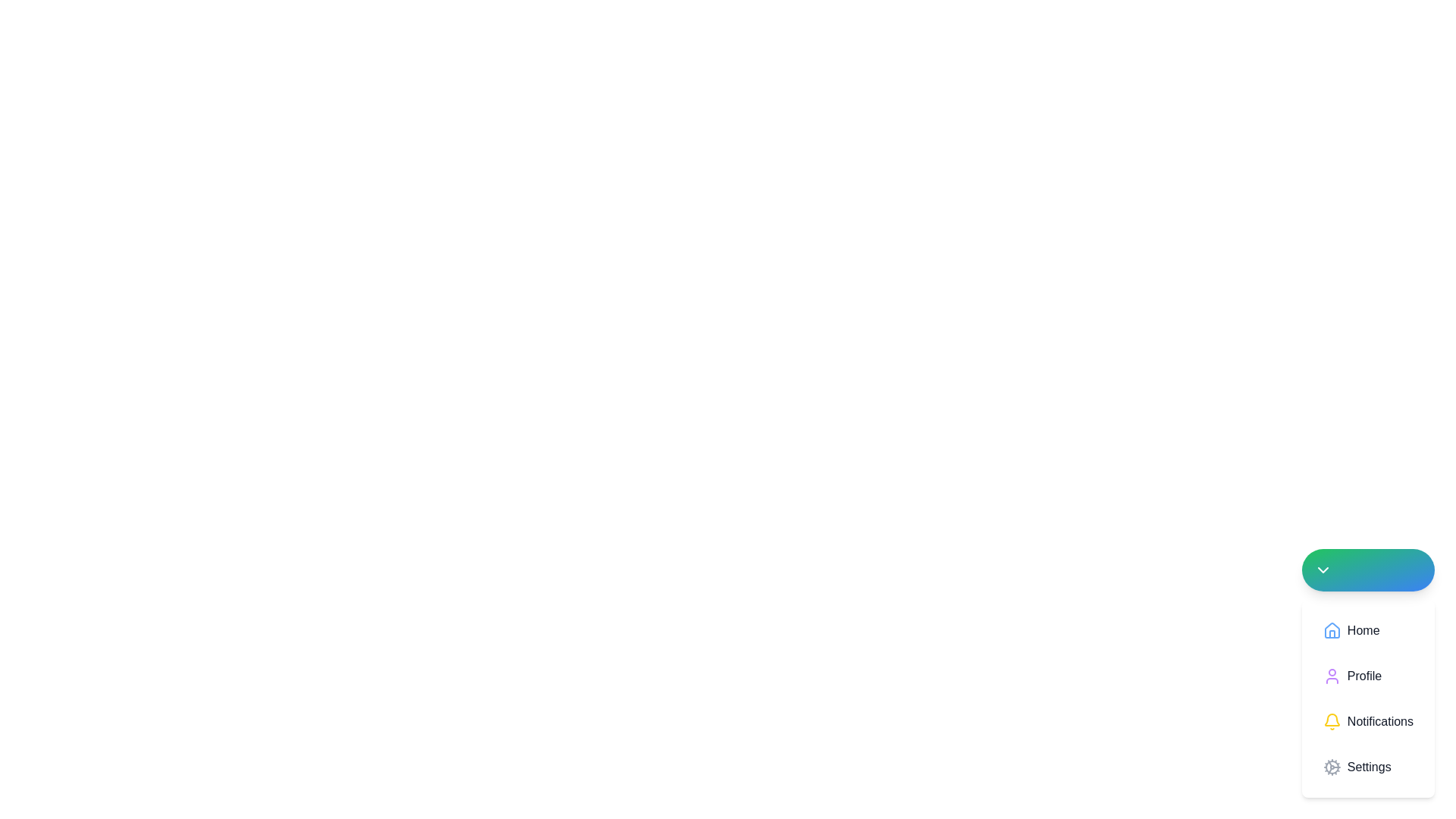  I want to click on the navigation button located in the vertical menu, so click(1368, 631).